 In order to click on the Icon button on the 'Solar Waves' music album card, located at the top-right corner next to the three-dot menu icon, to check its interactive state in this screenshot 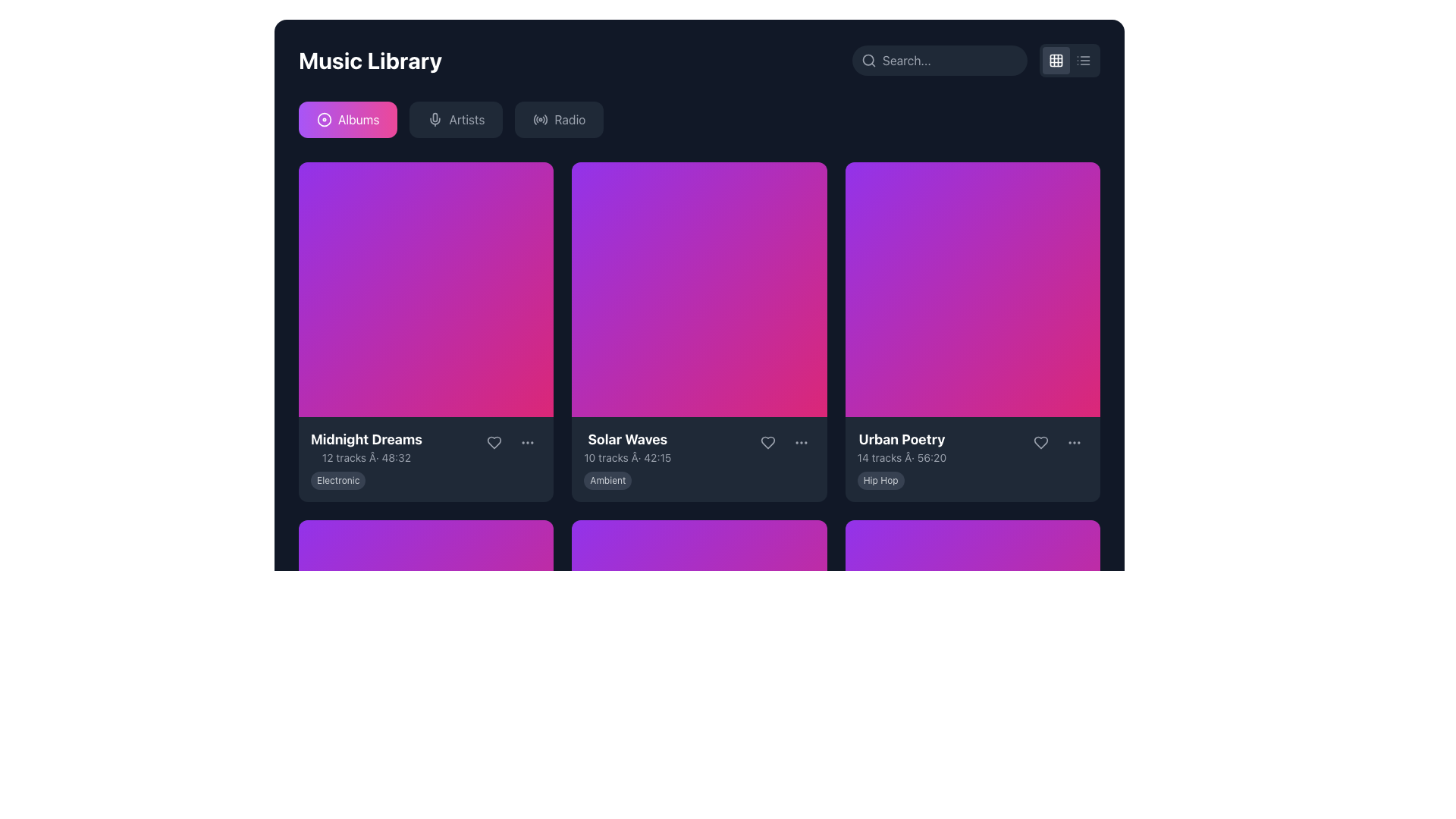, I will do `click(767, 443)`.